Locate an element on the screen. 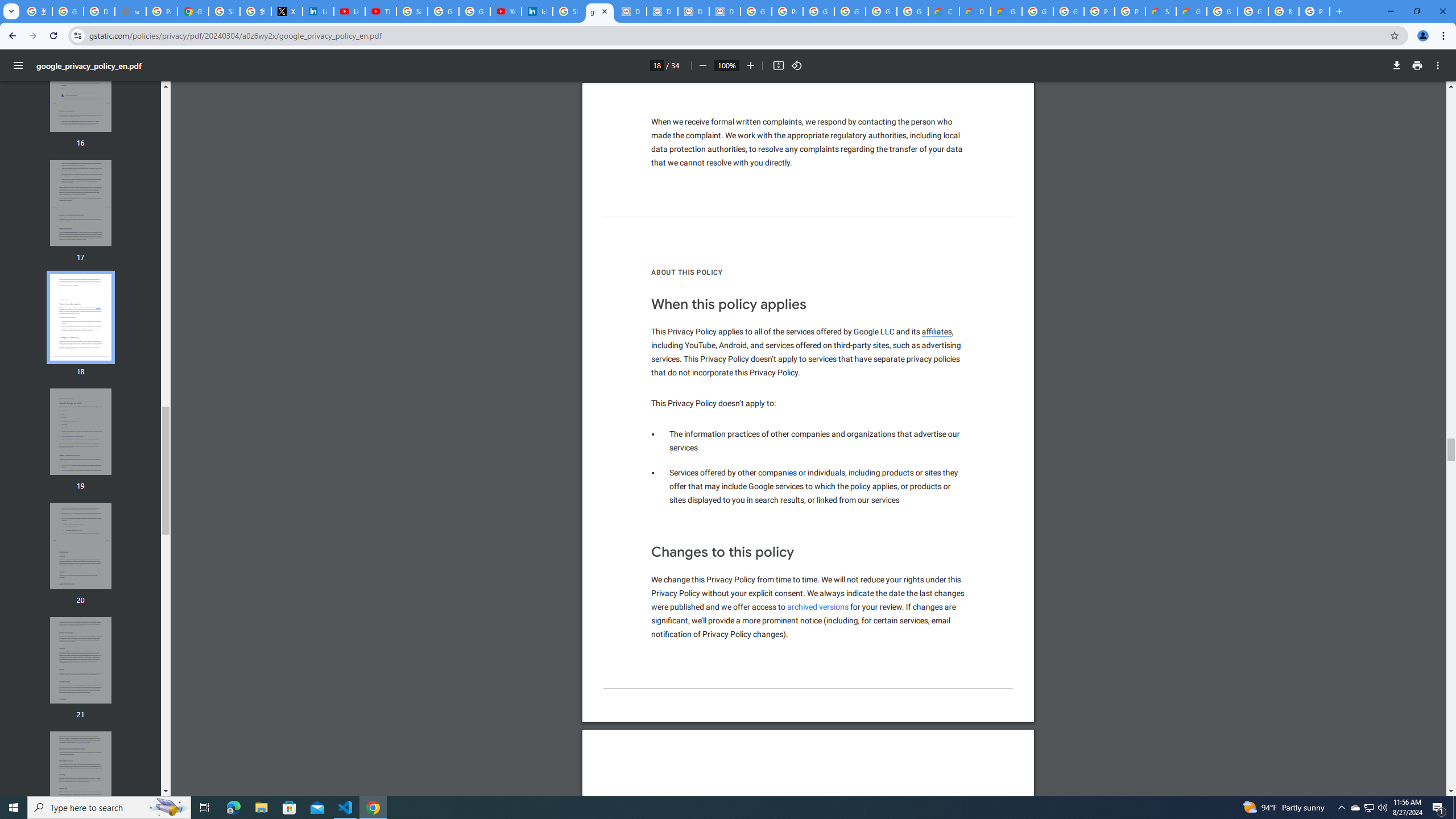  'Fit to page' is located at coordinates (777, 65).